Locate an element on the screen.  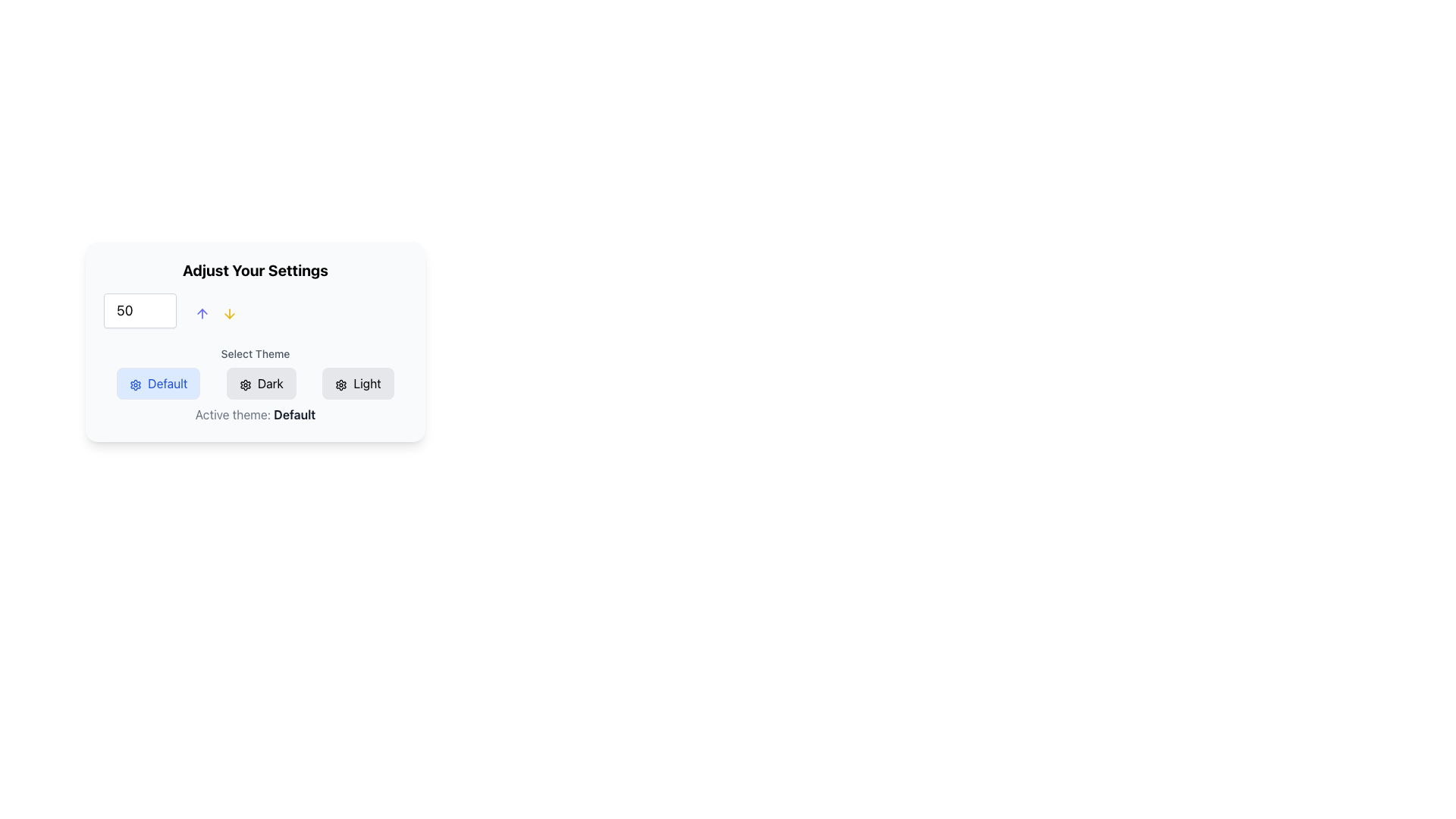
the group of theme selection buttons (Default, Dark, Light) located within the settings panel, which is below the 'Adjust Your Settings' header and above the 'Active theme: Default' text is located at coordinates (255, 384).